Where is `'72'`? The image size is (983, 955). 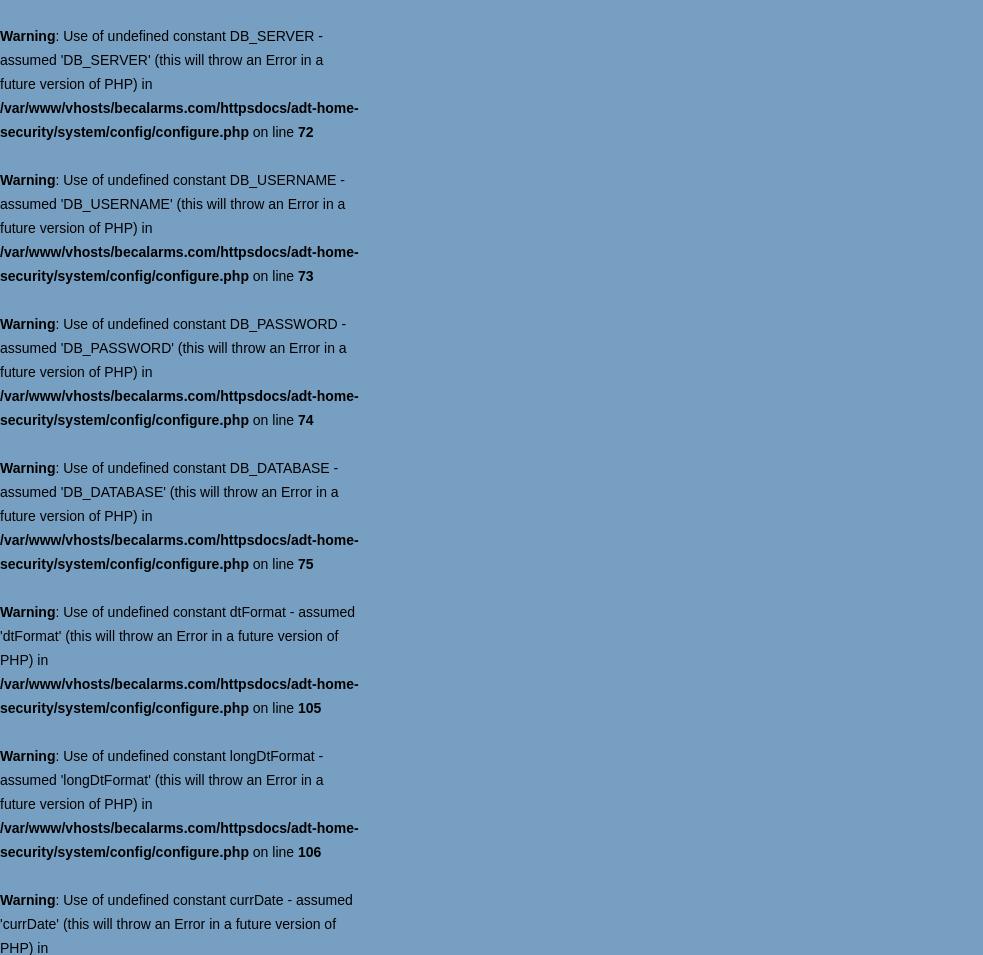 '72' is located at coordinates (305, 130).